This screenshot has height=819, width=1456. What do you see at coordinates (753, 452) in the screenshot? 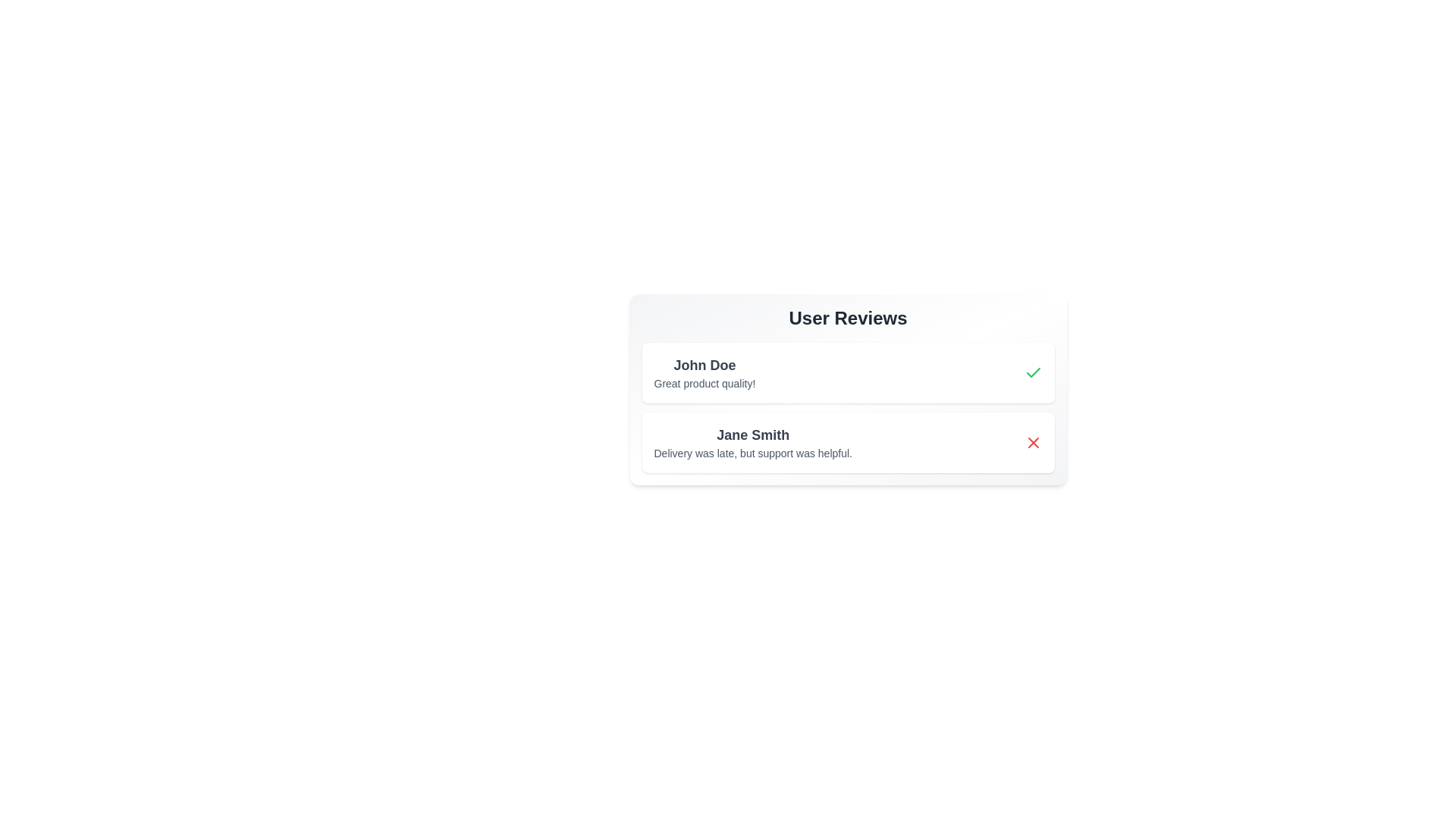
I see `the user comment text displayed below 'Jane Smith' in the second review entry of the user review panel` at bounding box center [753, 452].